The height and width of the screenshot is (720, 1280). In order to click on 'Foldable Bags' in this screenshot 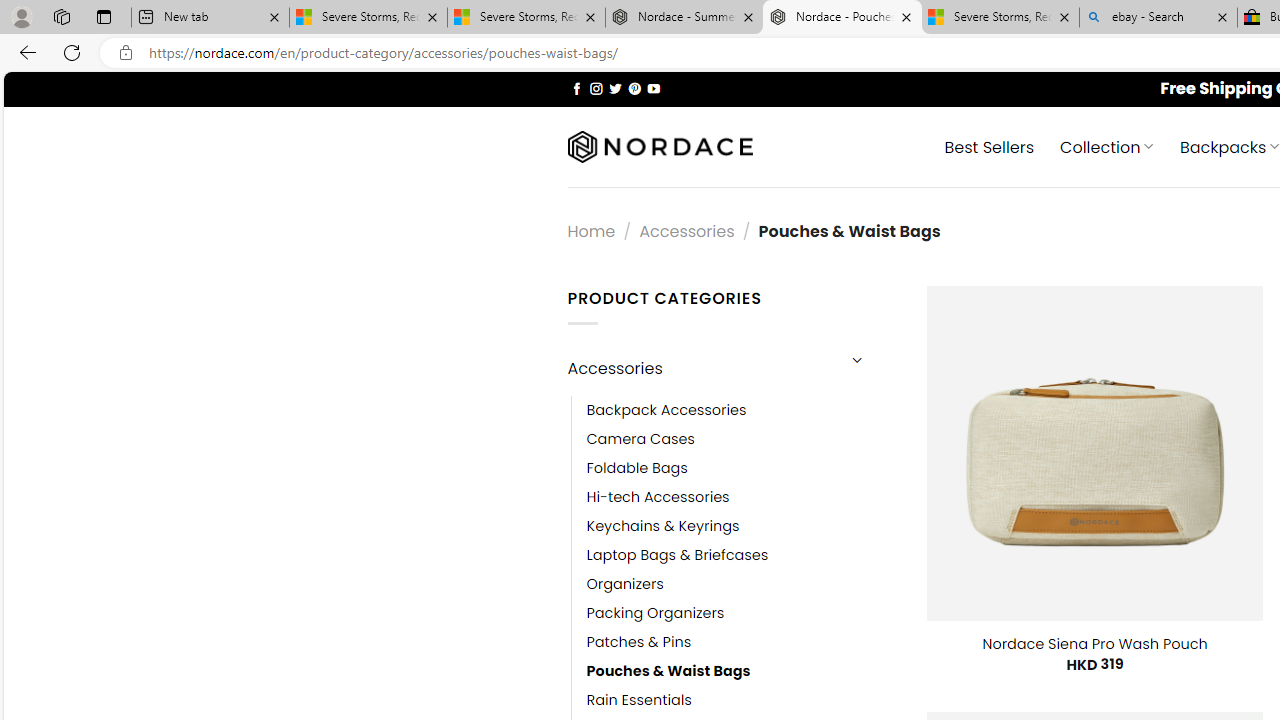, I will do `click(636, 468)`.